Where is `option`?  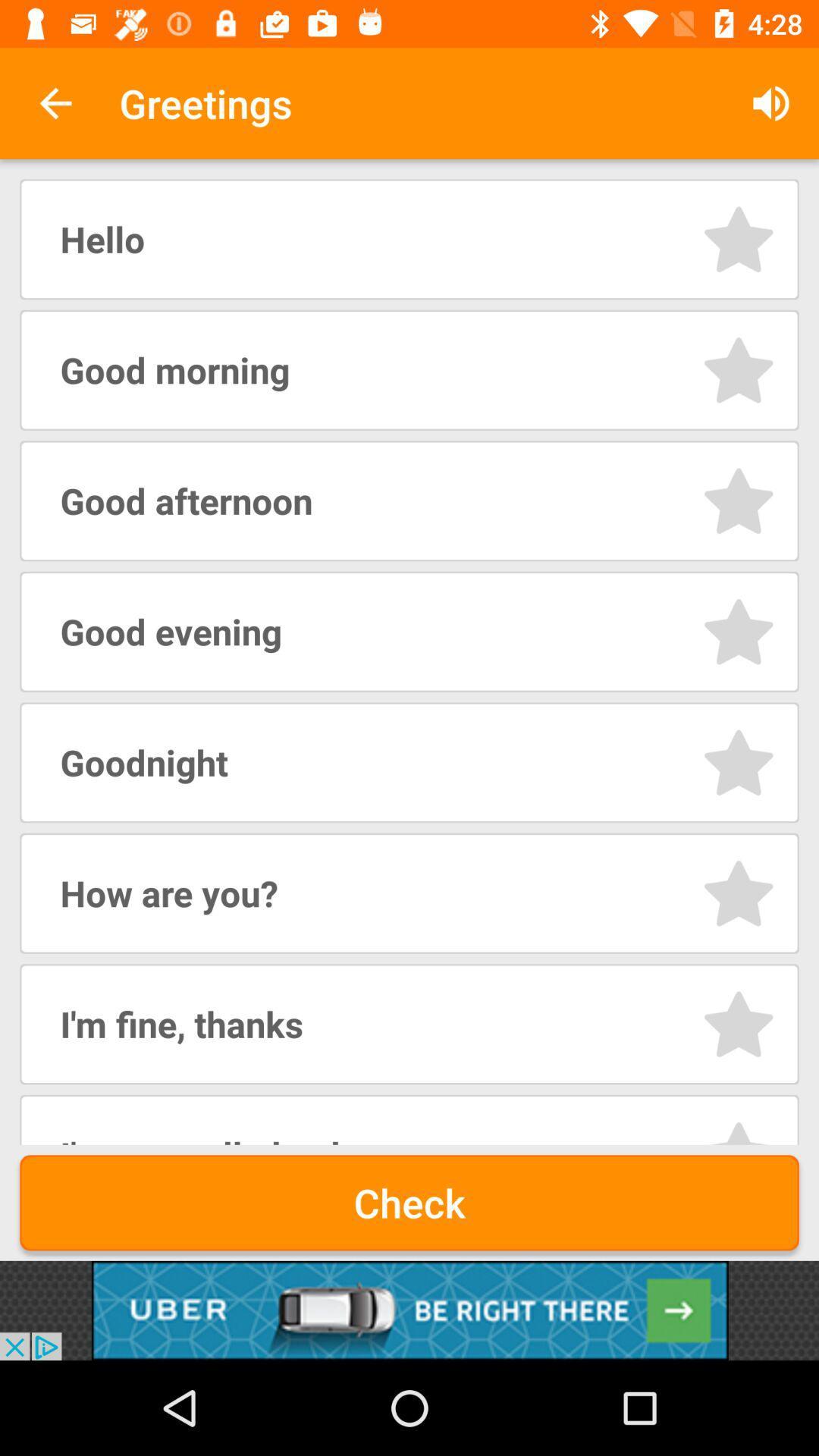
option is located at coordinates (738, 893).